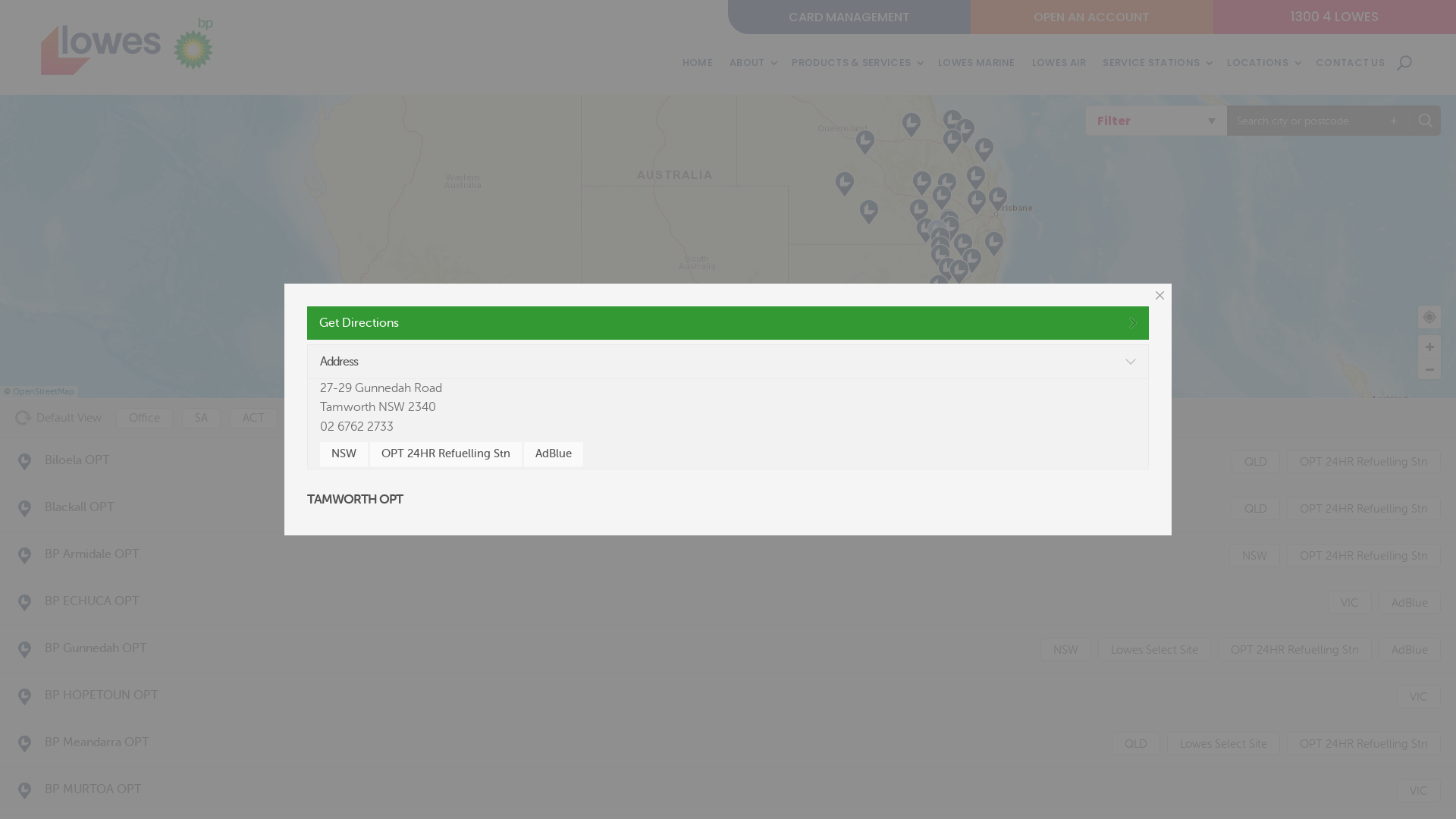 The height and width of the screenshot is (819, 1456). What do you see at coordinates (253, 418) in the screenshot?
I see `'ACT'` at bounding box center [253, 418].